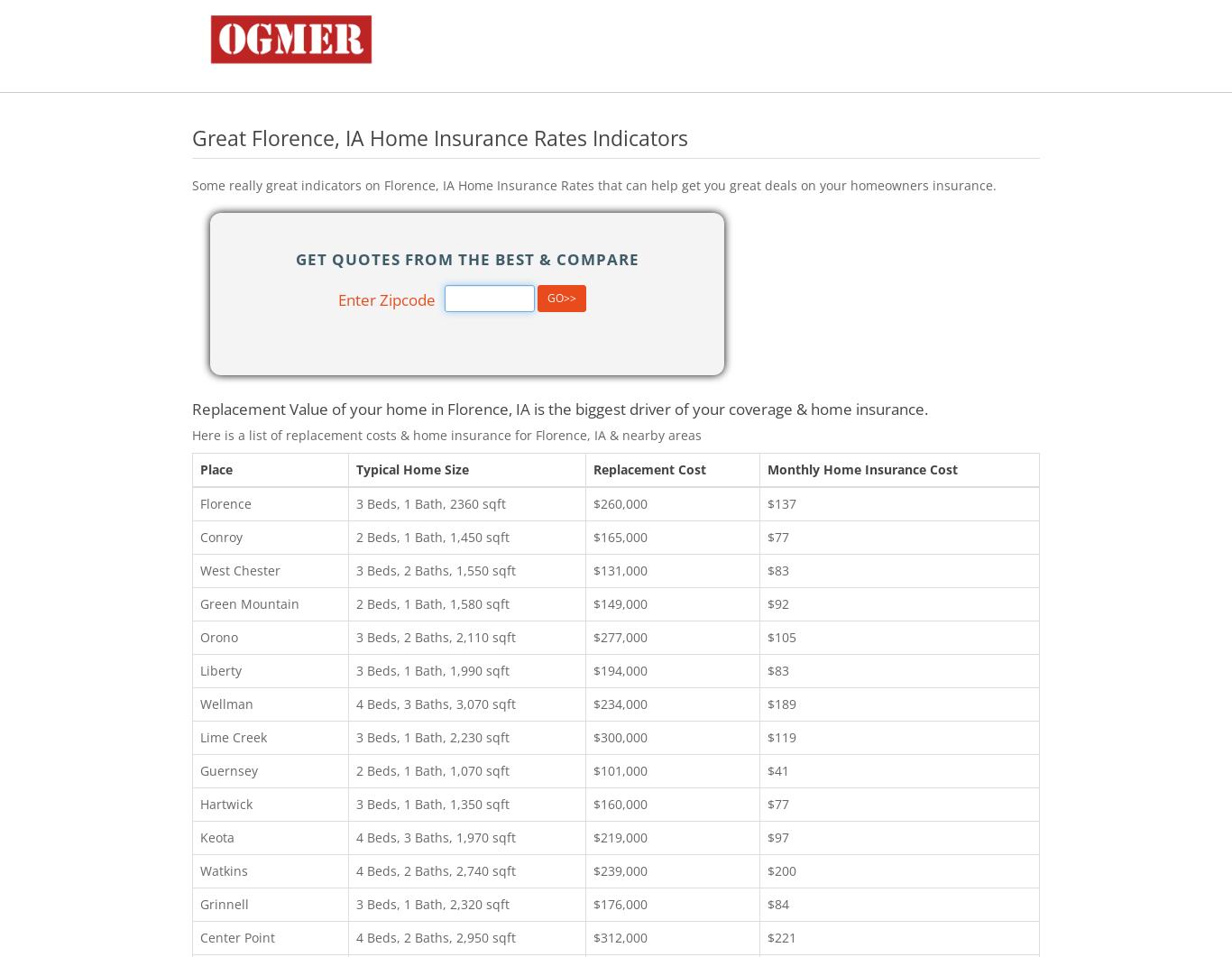 The width and height of the screenshot is (1232, 957). What do you see at coordinates (781, 502) in the screenshot?
I see `'$137'` at bounding box center [781, 502].